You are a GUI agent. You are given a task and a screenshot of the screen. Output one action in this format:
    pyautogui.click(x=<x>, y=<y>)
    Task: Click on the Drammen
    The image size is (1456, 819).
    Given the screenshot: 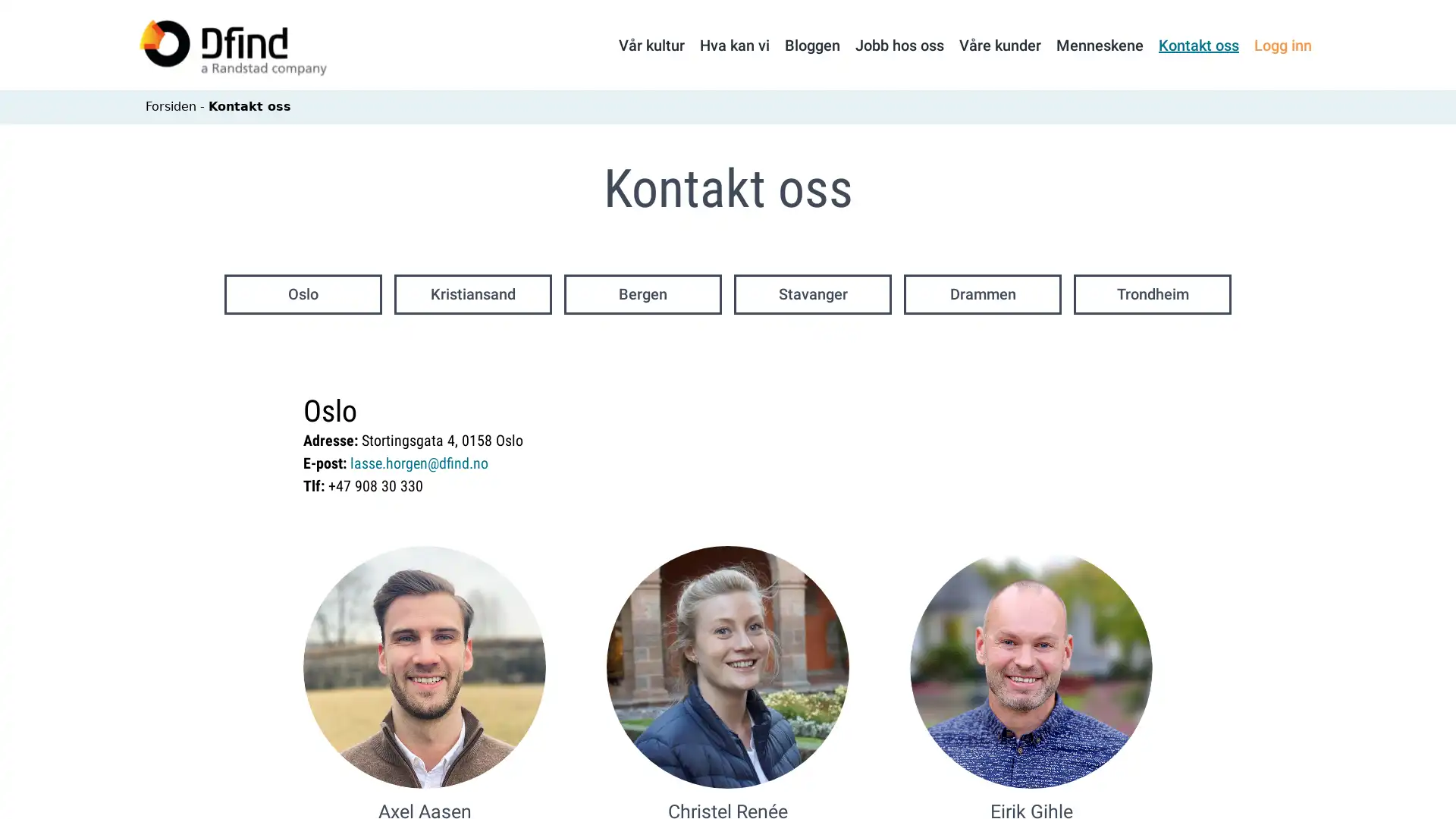 What is the action you would take?
    pyautogui.click(x=983, y=294)
    